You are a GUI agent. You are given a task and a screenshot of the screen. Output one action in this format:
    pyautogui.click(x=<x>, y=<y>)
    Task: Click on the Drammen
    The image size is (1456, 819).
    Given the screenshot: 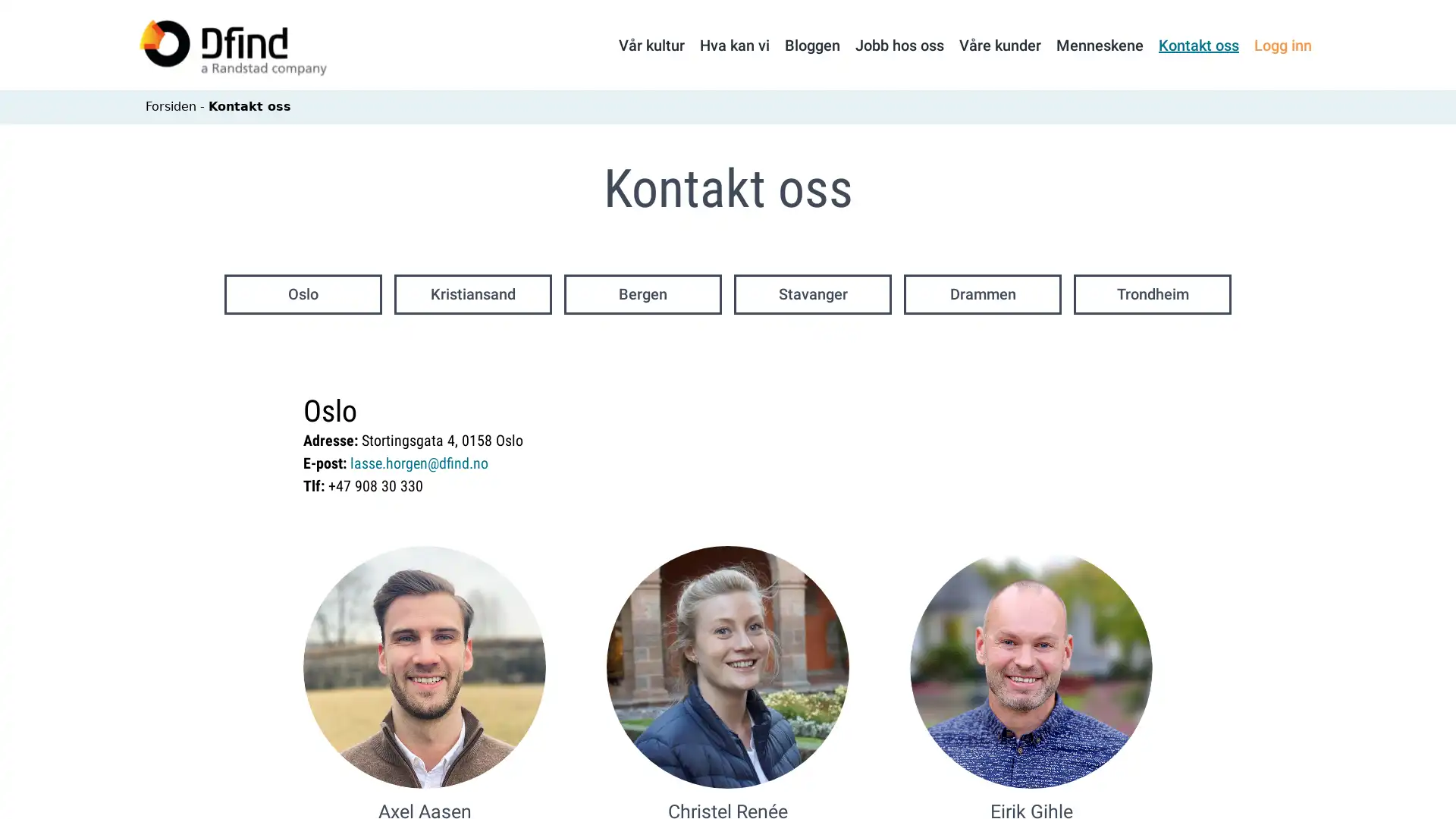 What is the action you would take?
    pyautogui.click(x=983, y=294)
    